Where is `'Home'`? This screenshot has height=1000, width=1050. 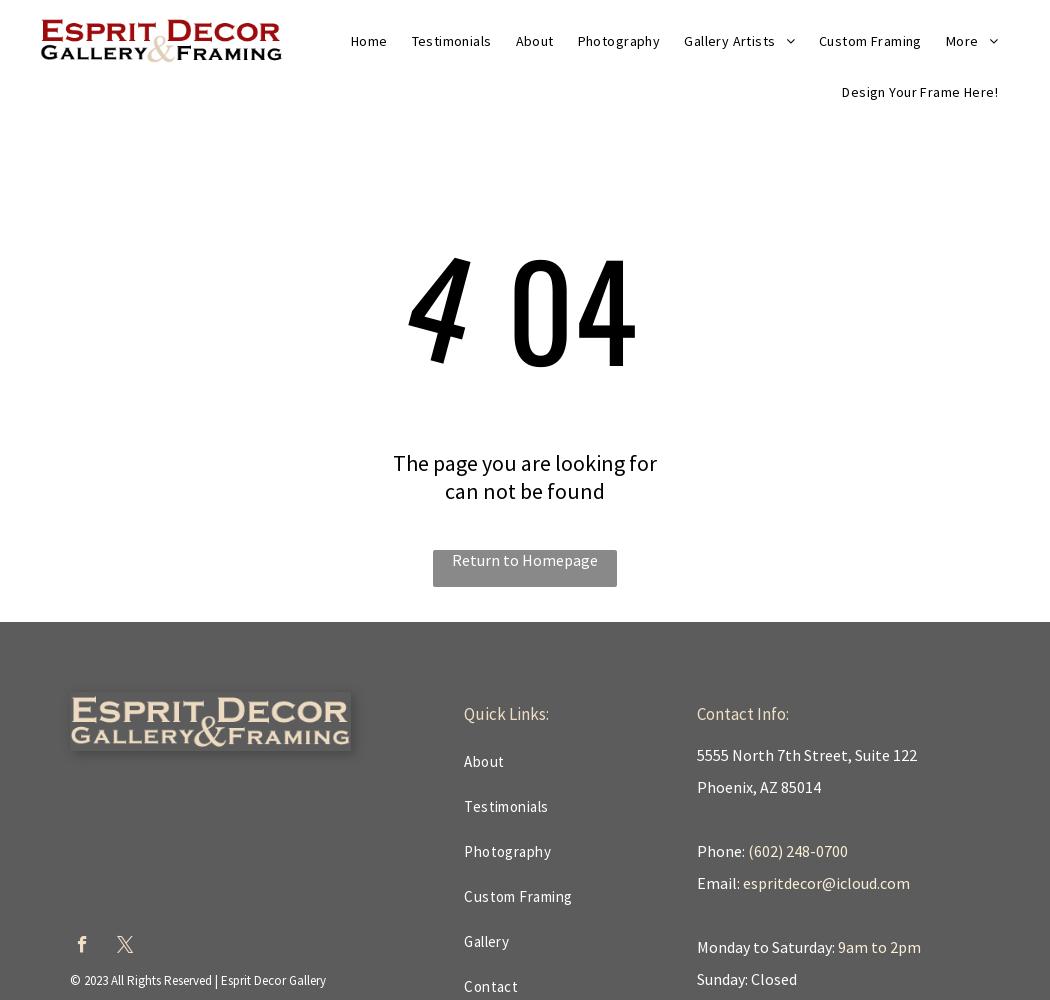 'Home' is located at coordinates (348, 40).